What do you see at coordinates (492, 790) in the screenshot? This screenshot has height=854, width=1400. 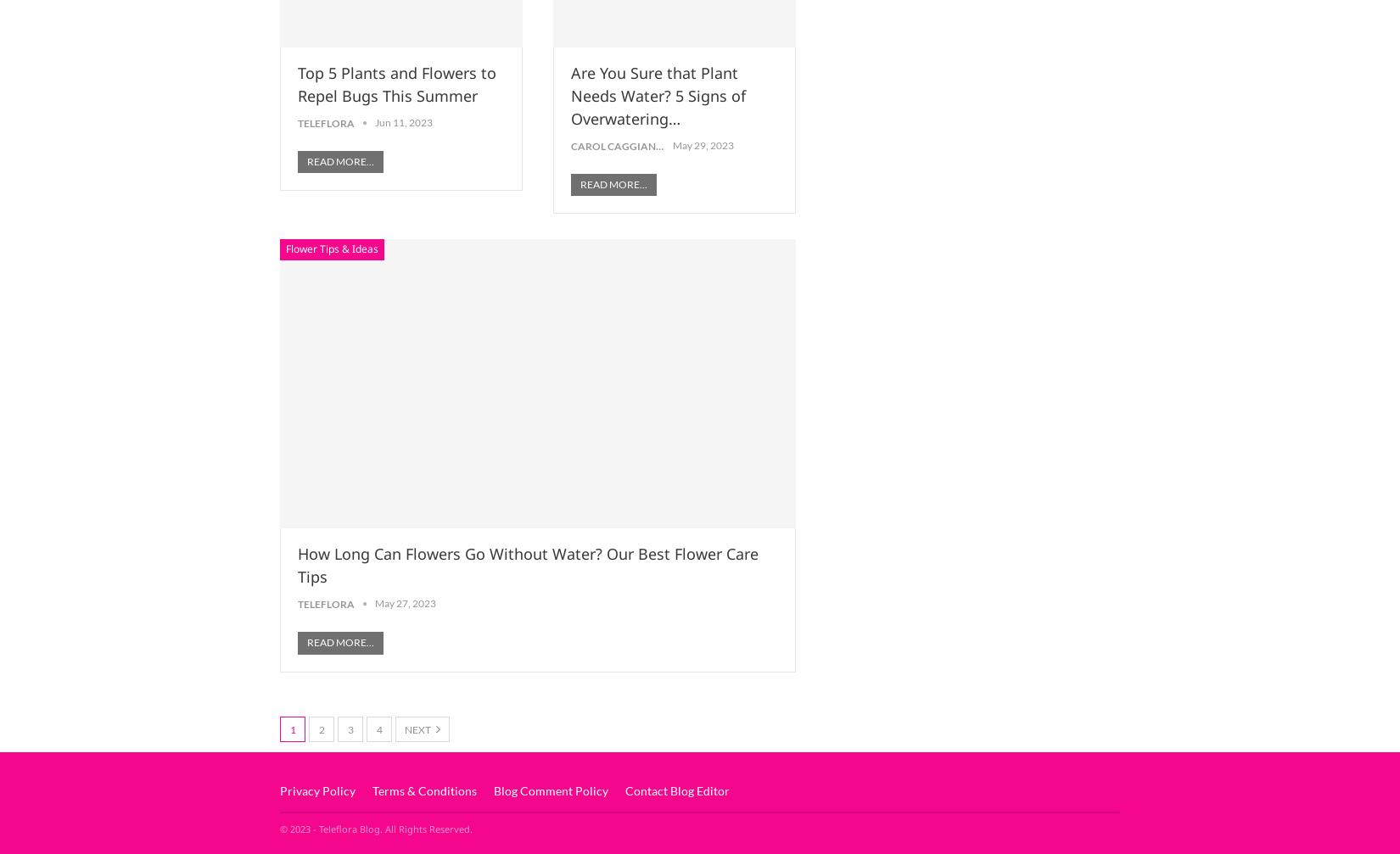 I see `'Blog Comment Policy'` at bounding box center [492, 790].